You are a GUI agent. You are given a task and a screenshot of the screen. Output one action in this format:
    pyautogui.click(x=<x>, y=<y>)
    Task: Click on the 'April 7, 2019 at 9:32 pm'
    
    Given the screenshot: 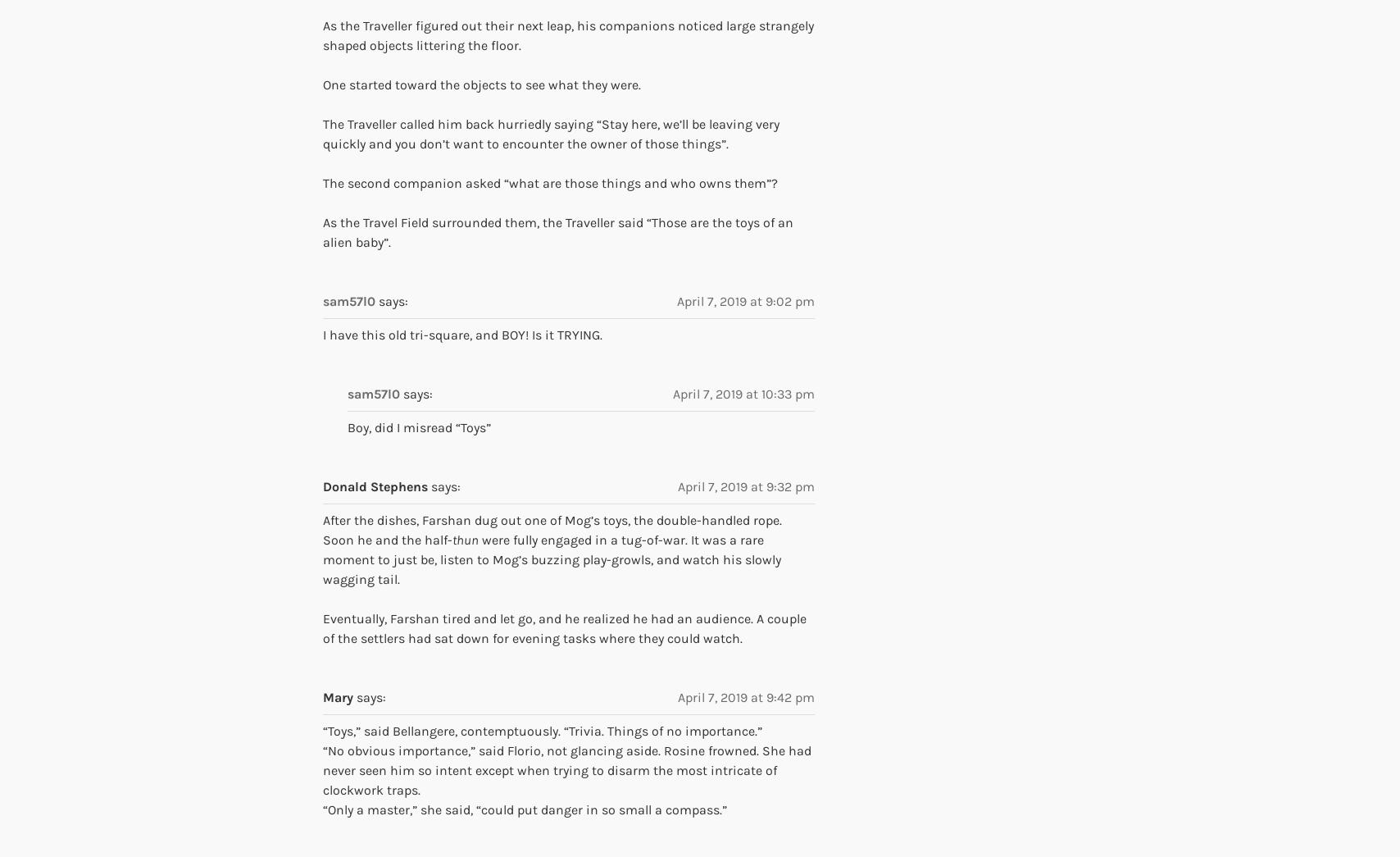 What is the action you would take?
    pyautogui.click(x=746, y=485)
    